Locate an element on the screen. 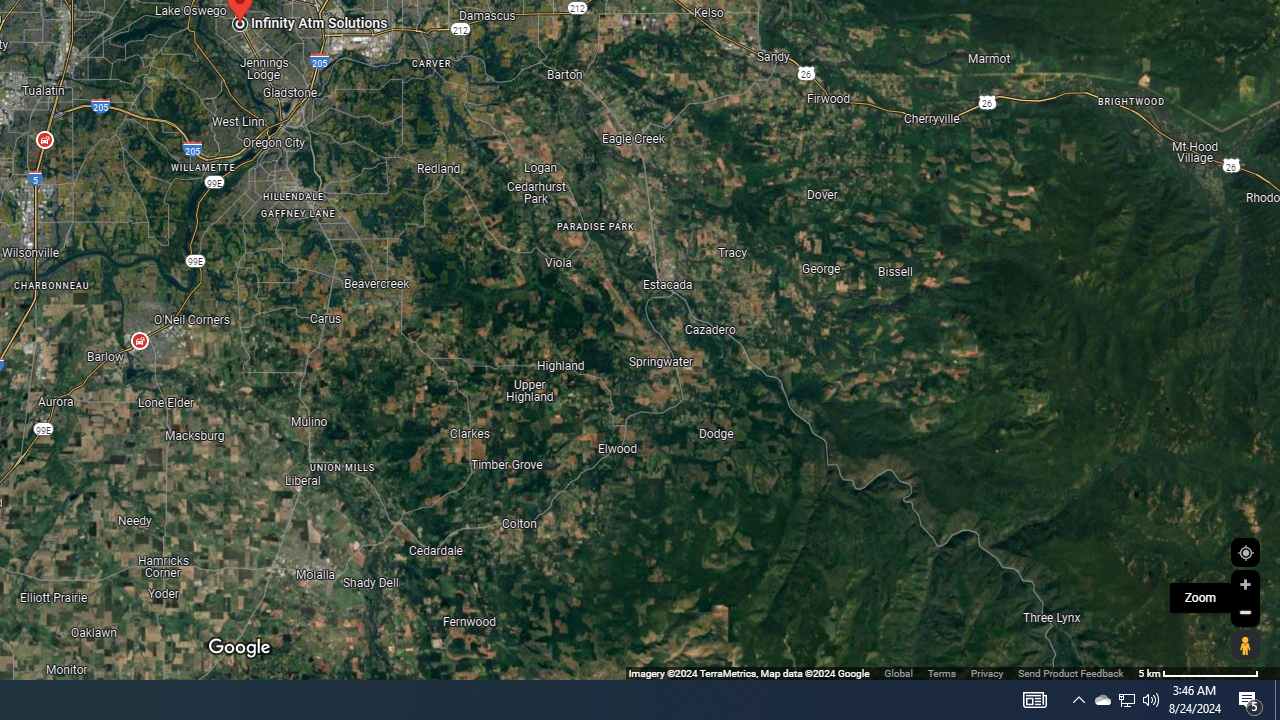  'Zoom in' is located at coordinates (1244, 584).